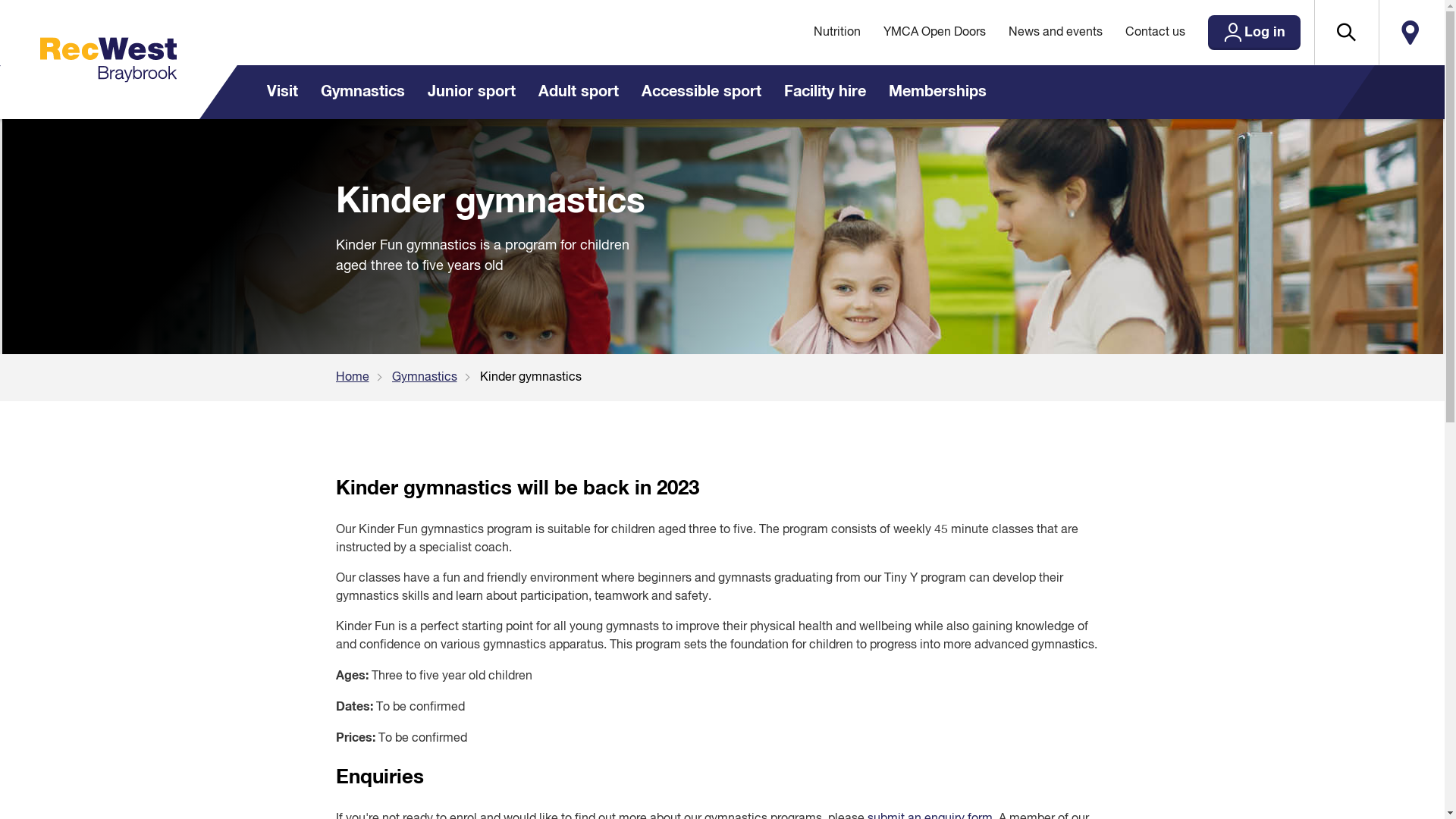 The height and width of the screenshot is (819, 1456). Describe the element at coordinates (1410, 32) in the screenshot. I see `'Locate'` at that location.